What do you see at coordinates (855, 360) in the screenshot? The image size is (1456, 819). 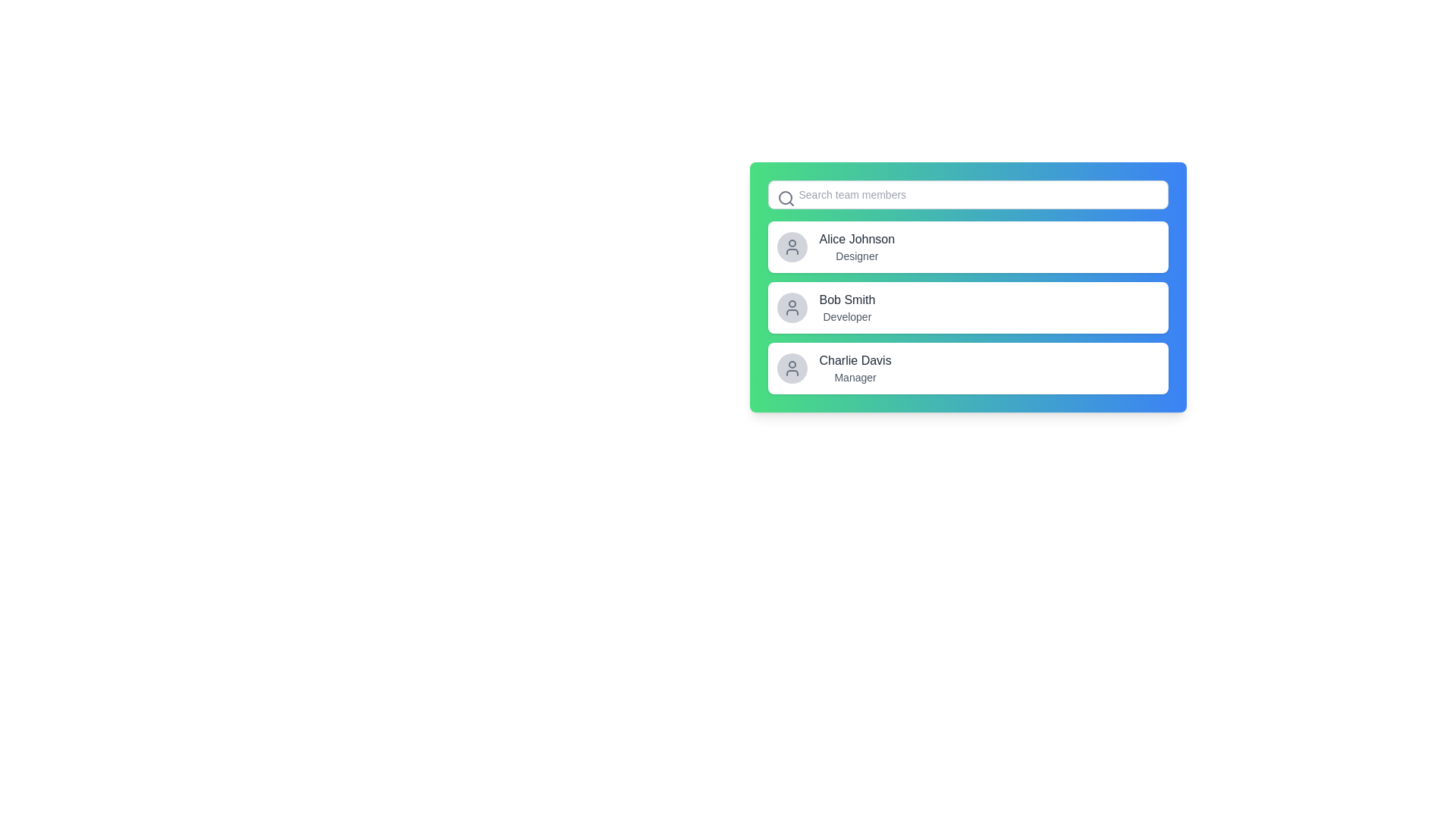 I see `the static text label 'Charlie Davis' which is styled in medium gray font and is positioned in a contact list above the label 'Manager'` at bounding box center [855, 360].